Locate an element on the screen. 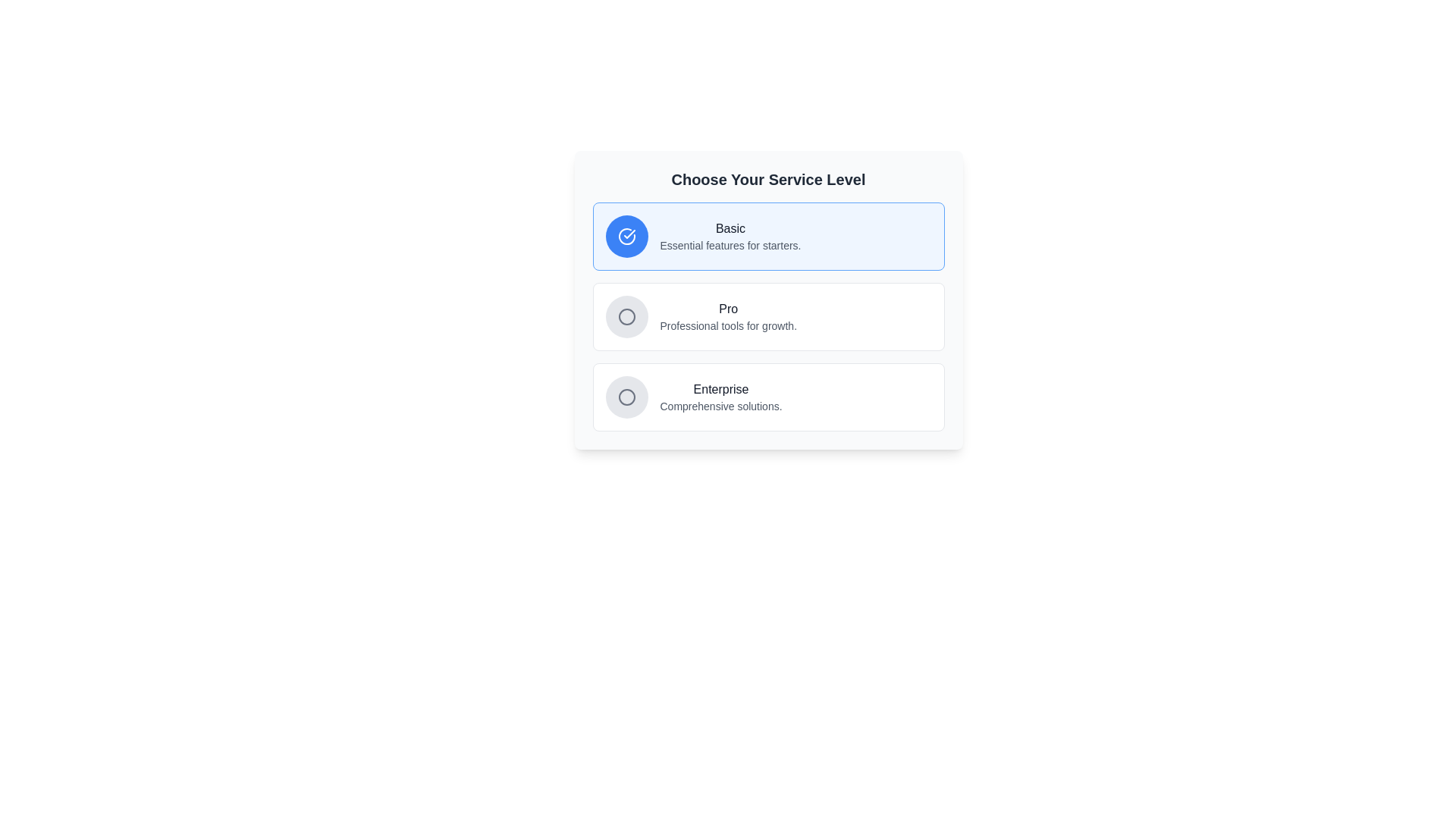 The image size is (1456, 819). text grouping that contains 'Enterprise' in bold at the top and 'Comprehensive solutions.' in smaller text beneath it, located at the bottom of a vertical list of options is located at coordinates (720, 397).